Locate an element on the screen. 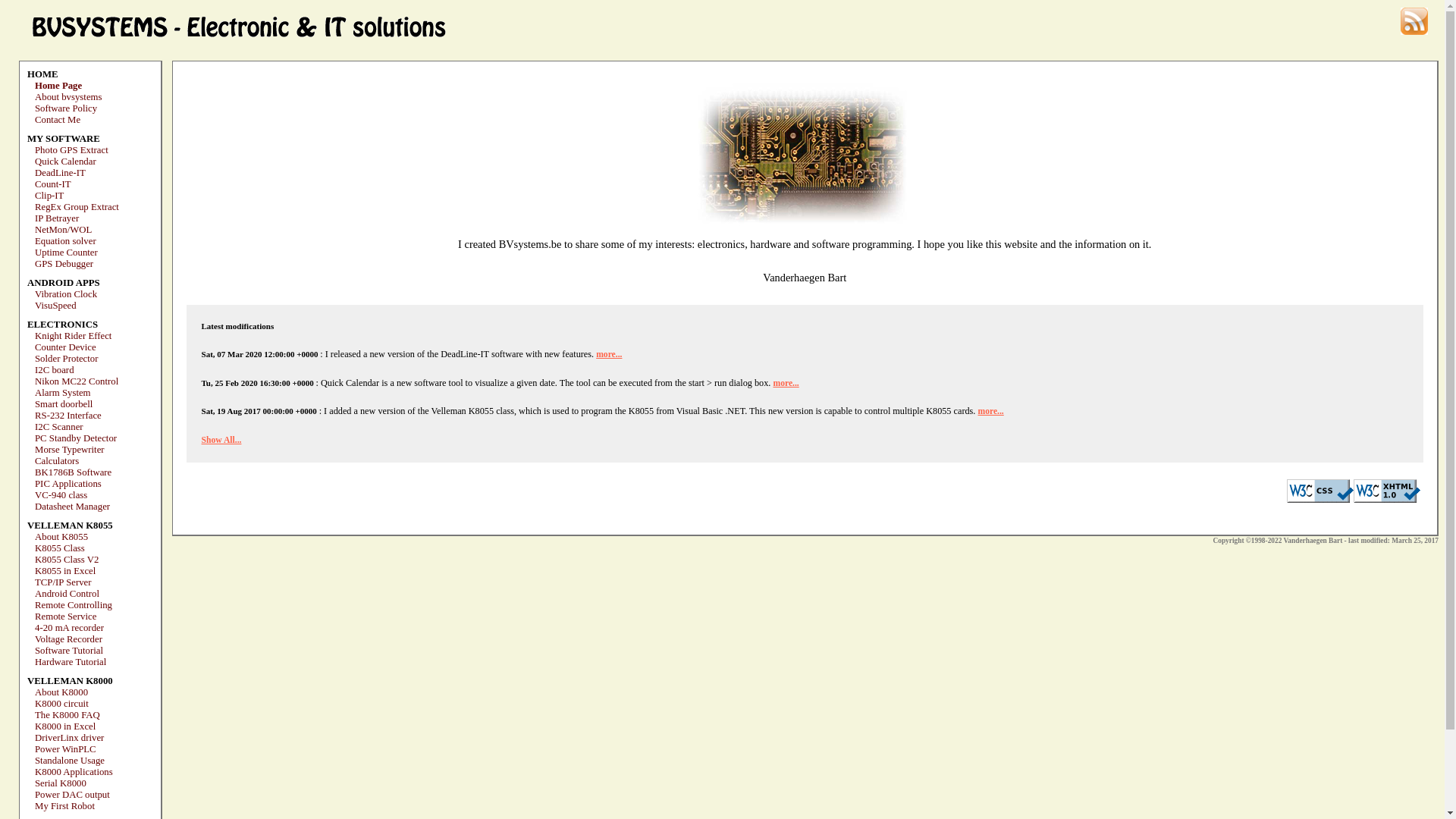  'K8000 in Excel' is located at coordinates (64, 725).